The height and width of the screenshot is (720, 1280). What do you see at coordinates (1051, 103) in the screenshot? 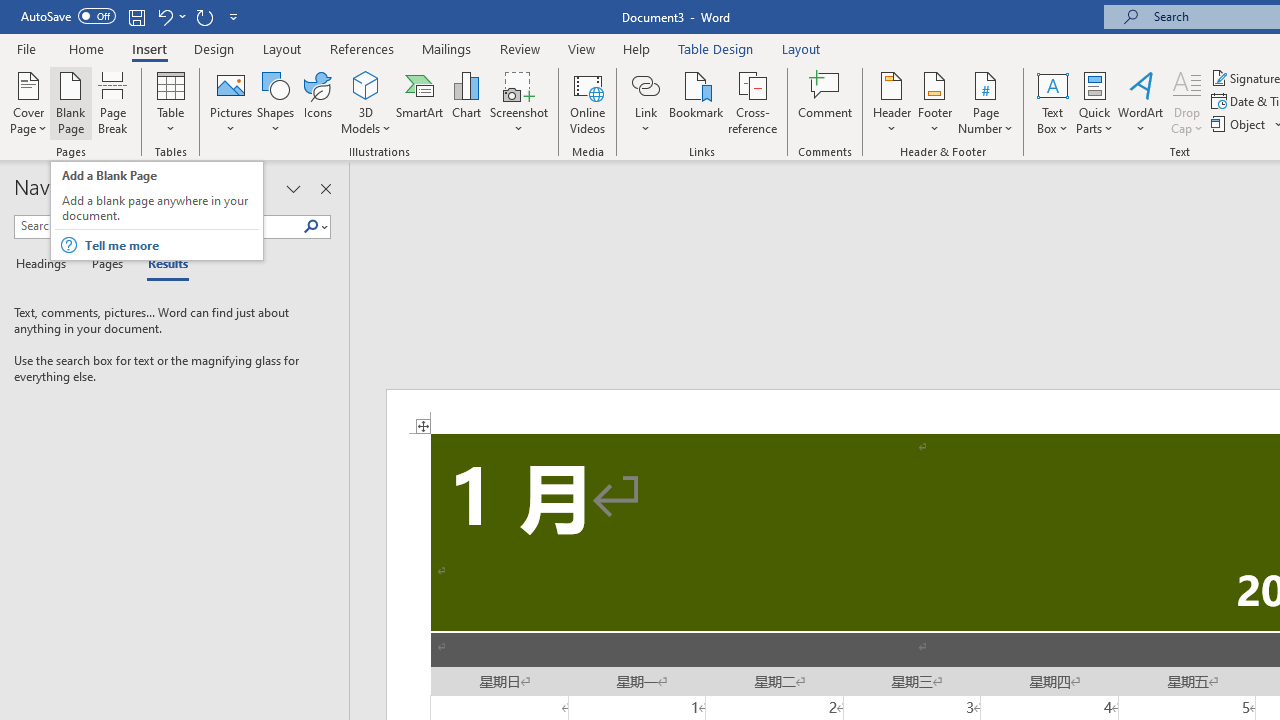
I see `'Text Box'` at bounding box center [1051, 103].